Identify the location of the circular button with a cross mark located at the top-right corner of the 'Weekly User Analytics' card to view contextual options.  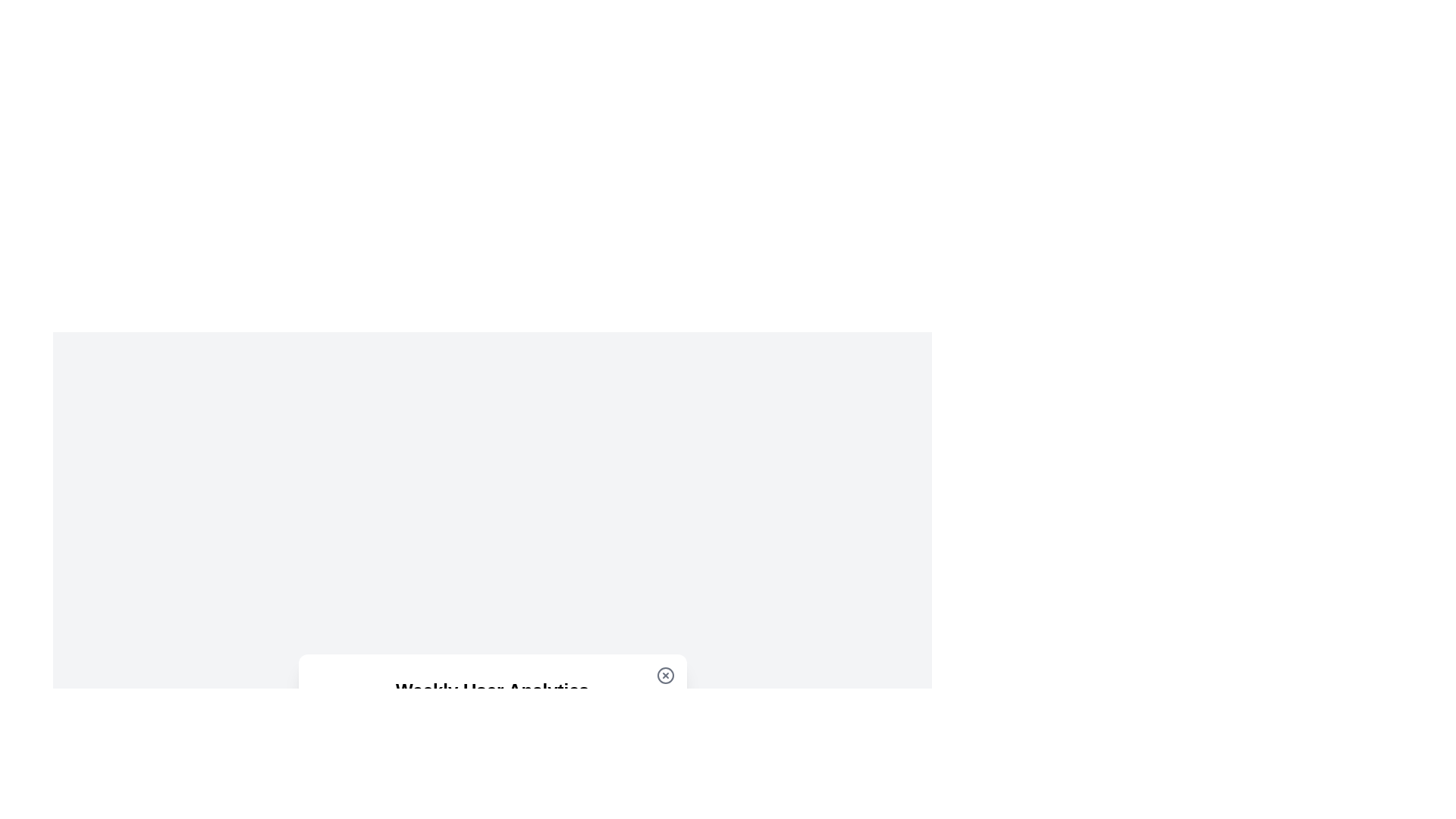
(665, 675).